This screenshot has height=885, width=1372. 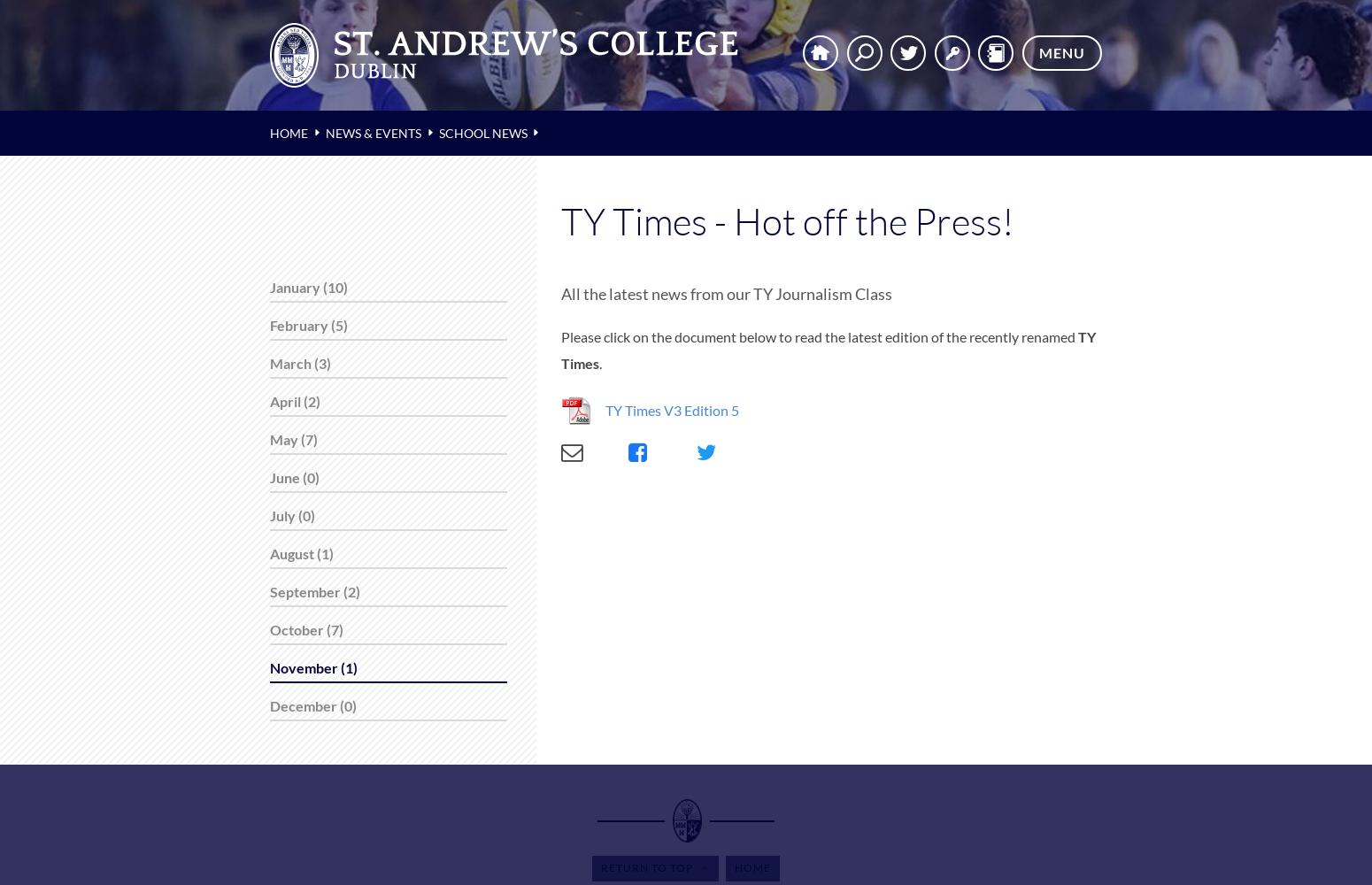 What do you see at coordinates (599, 362) in the screenshot?
I see `'.'` at bounding box center [599, 362].